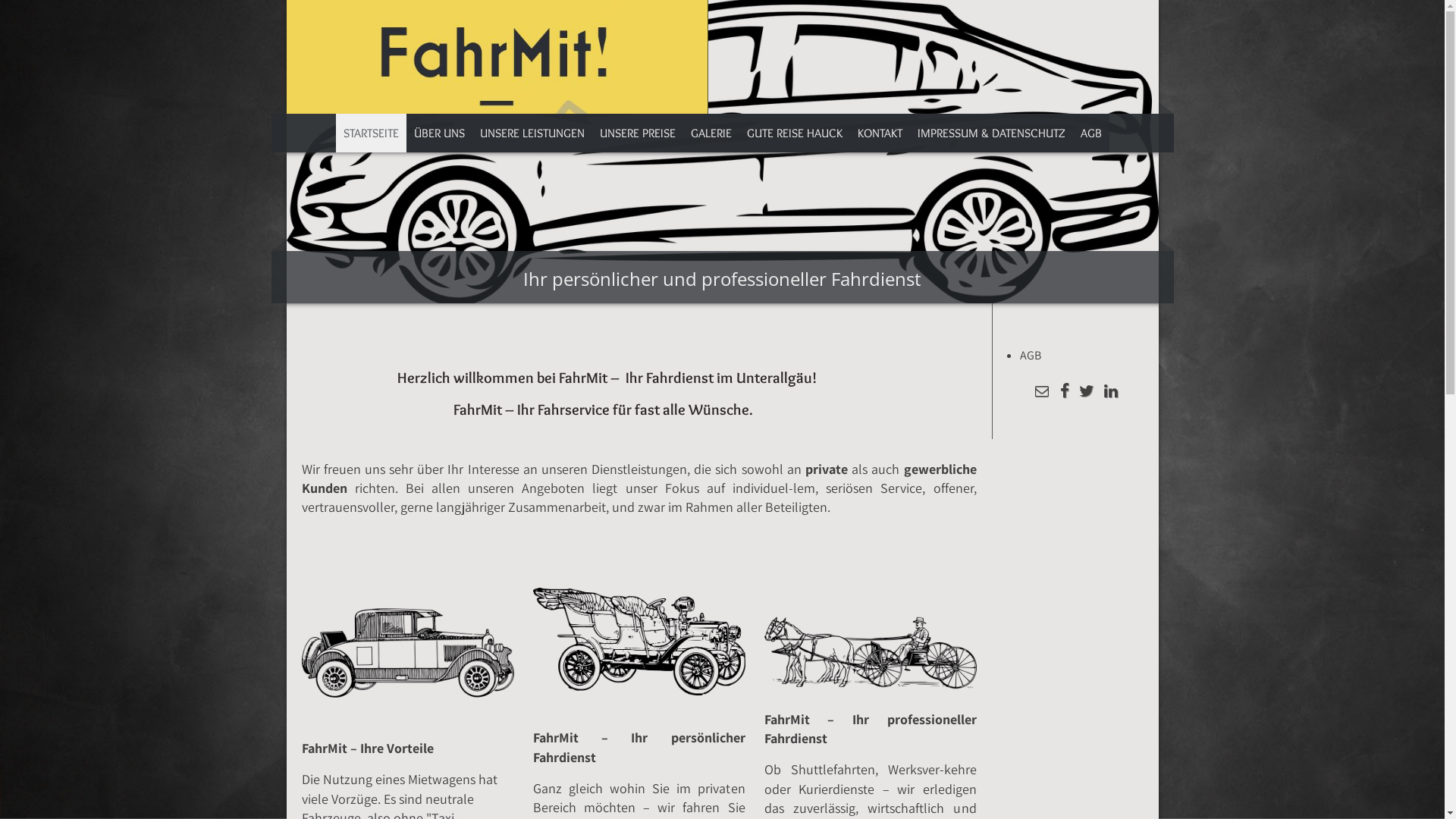 The image size is (1456, 819). Describe the element at coordinates (709, 132) in the screenshot. I see `'GALERIE'` at that location.